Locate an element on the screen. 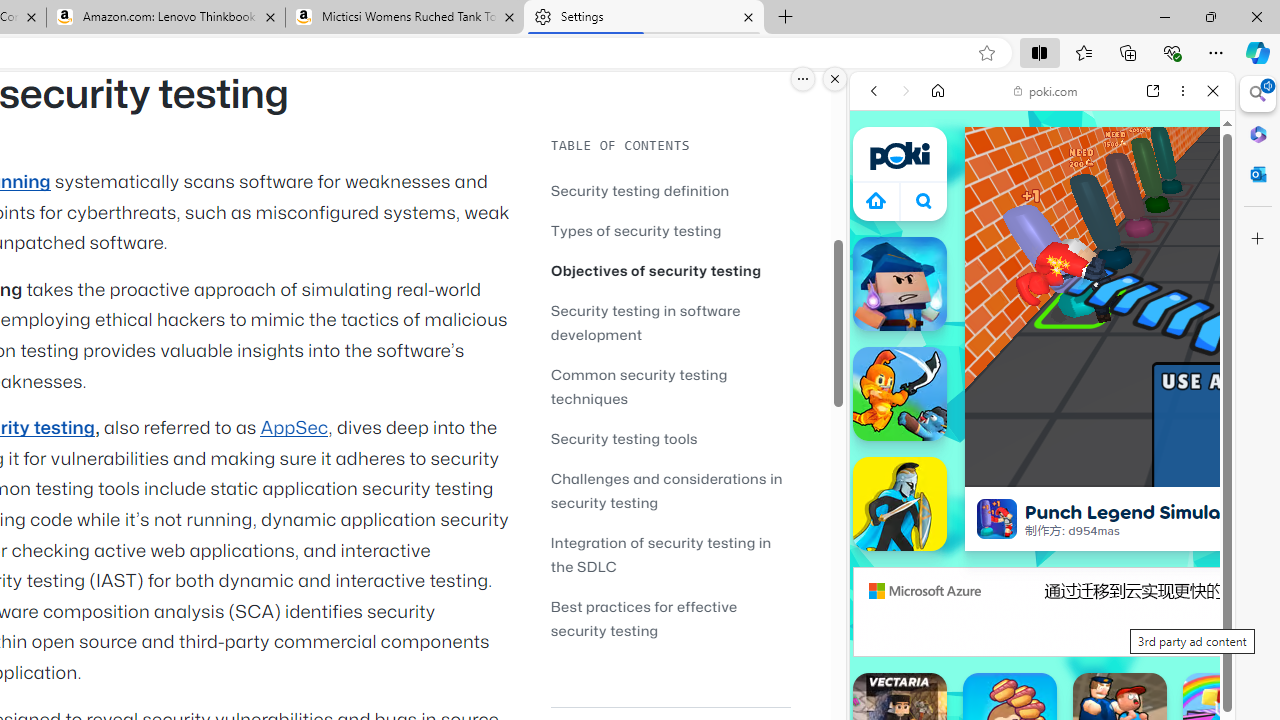  'poki.com' is located at coordinates (1045, 91).